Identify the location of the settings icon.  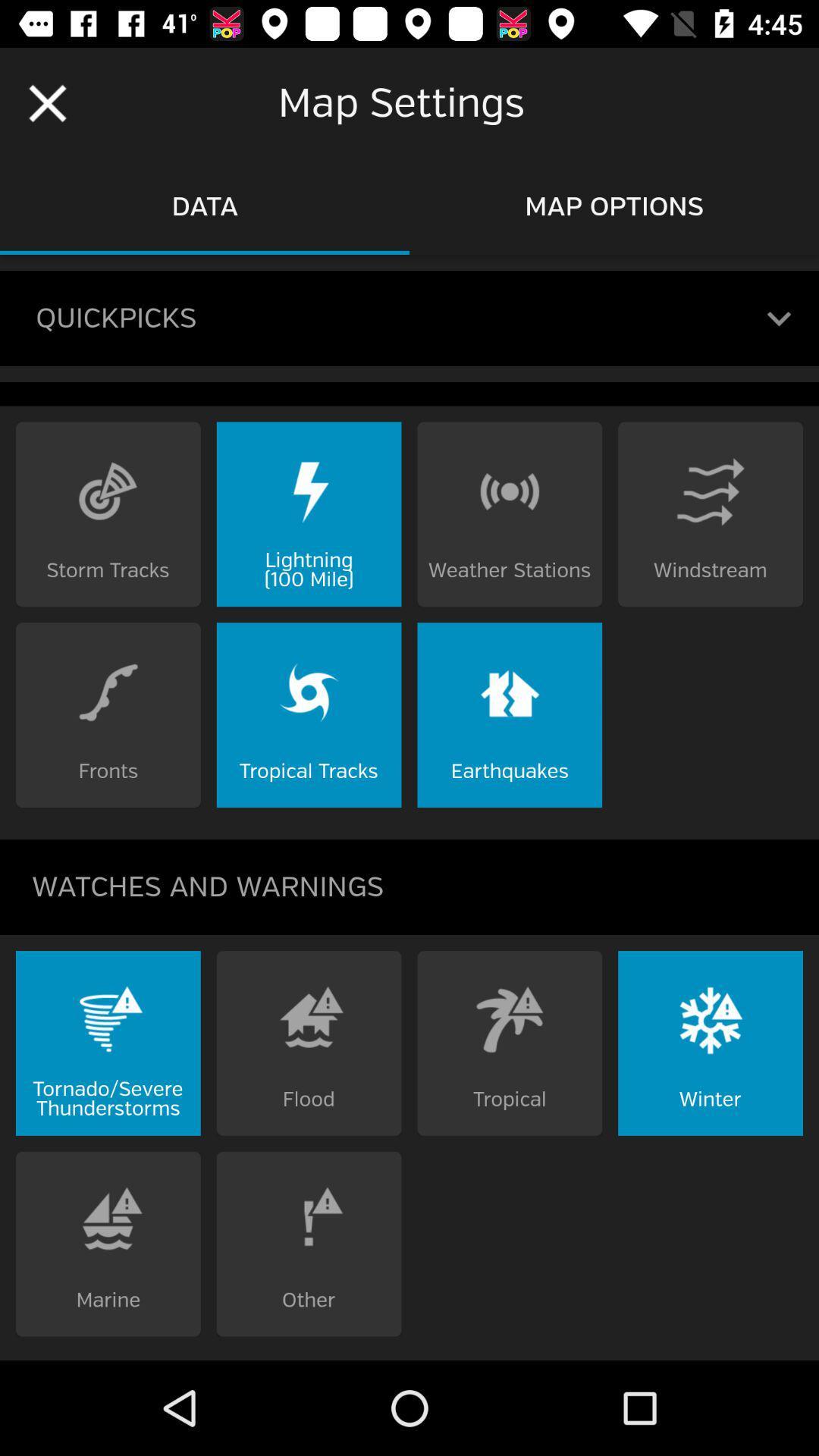
(746, 1075).